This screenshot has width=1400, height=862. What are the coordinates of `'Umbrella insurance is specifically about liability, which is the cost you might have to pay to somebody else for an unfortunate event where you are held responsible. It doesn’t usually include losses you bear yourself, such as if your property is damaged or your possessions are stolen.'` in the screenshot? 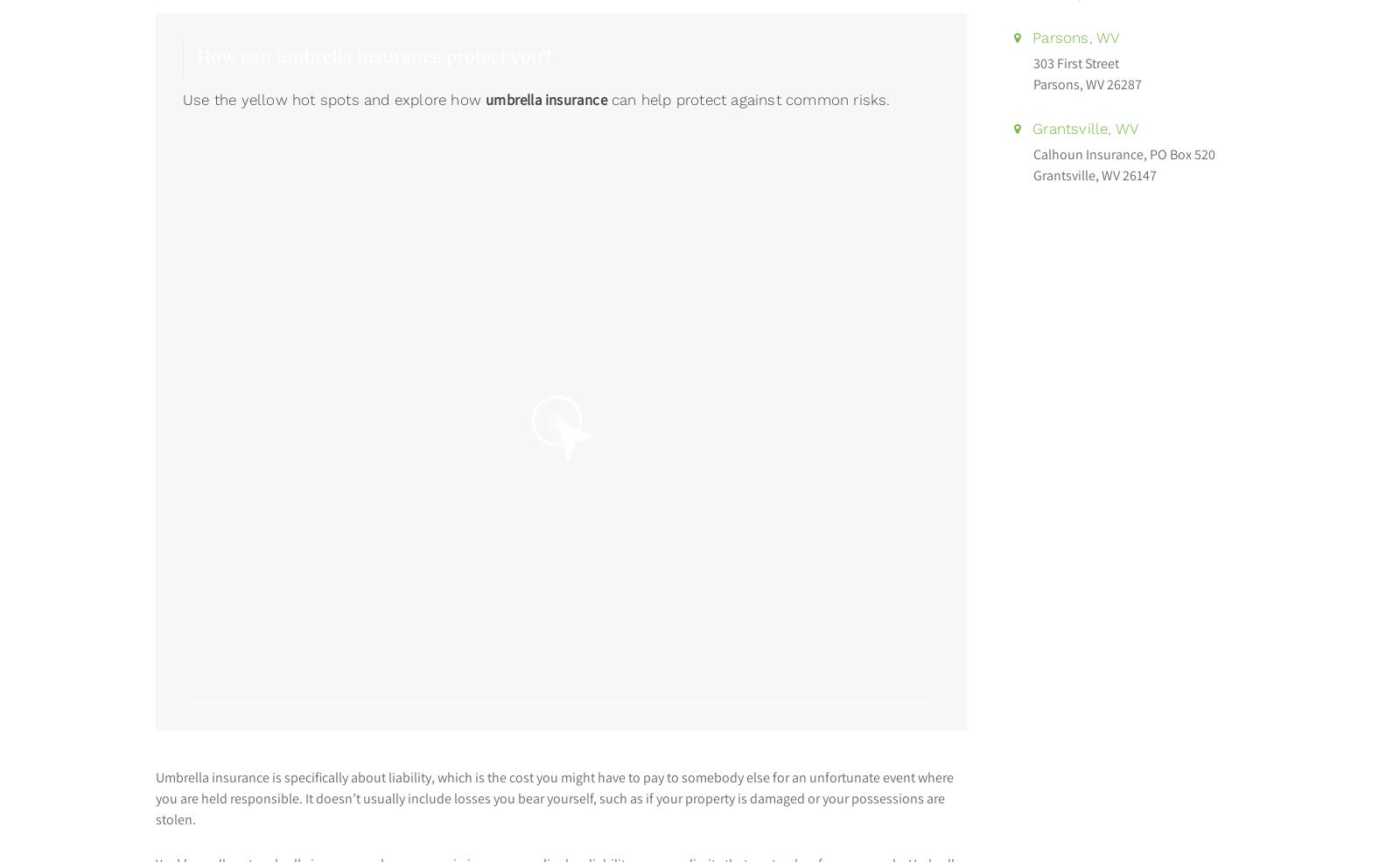 It's located at (553, 797).